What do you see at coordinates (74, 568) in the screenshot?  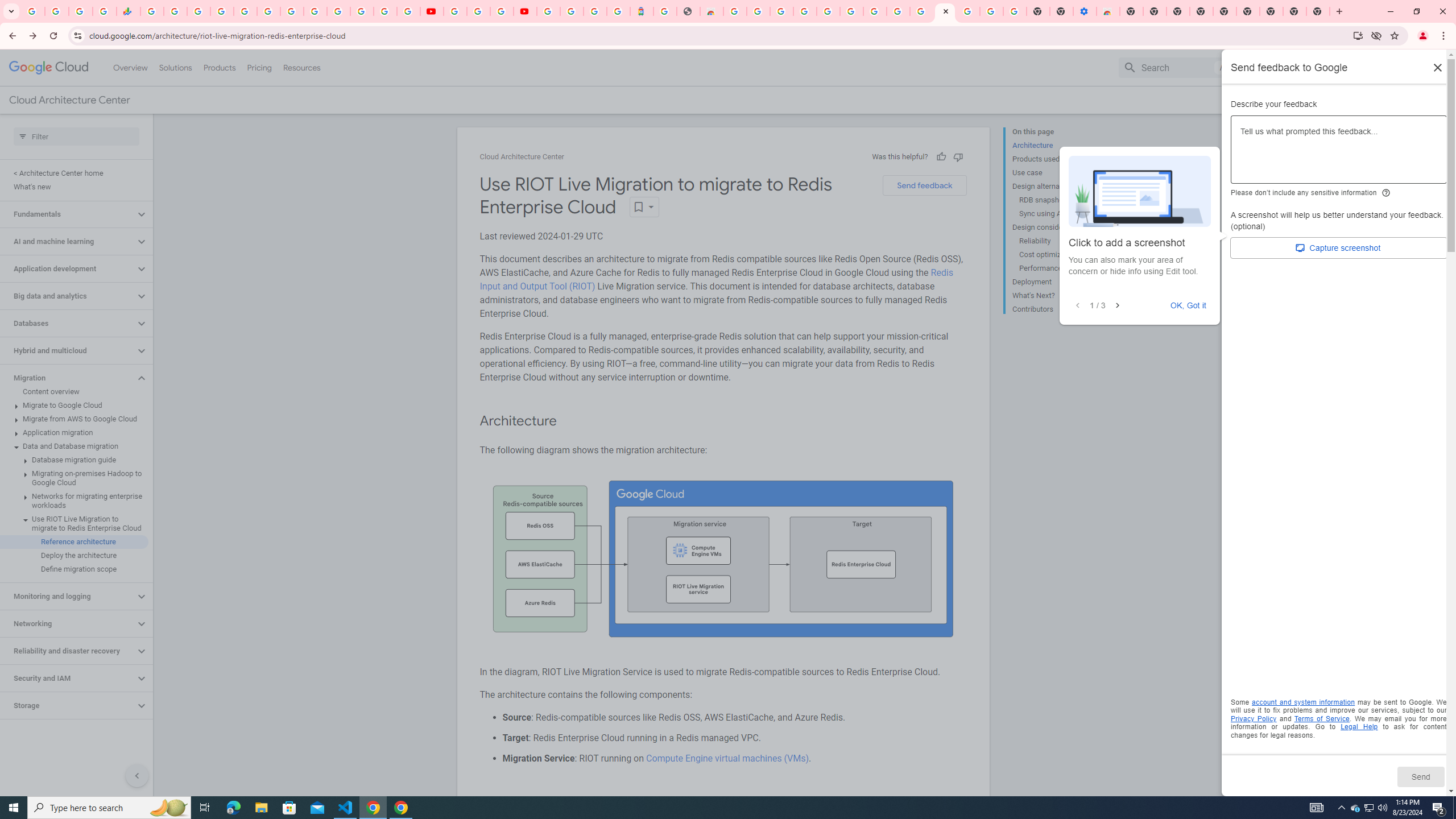 I see `'Define migration scope'` at bounding box center [74, 568].